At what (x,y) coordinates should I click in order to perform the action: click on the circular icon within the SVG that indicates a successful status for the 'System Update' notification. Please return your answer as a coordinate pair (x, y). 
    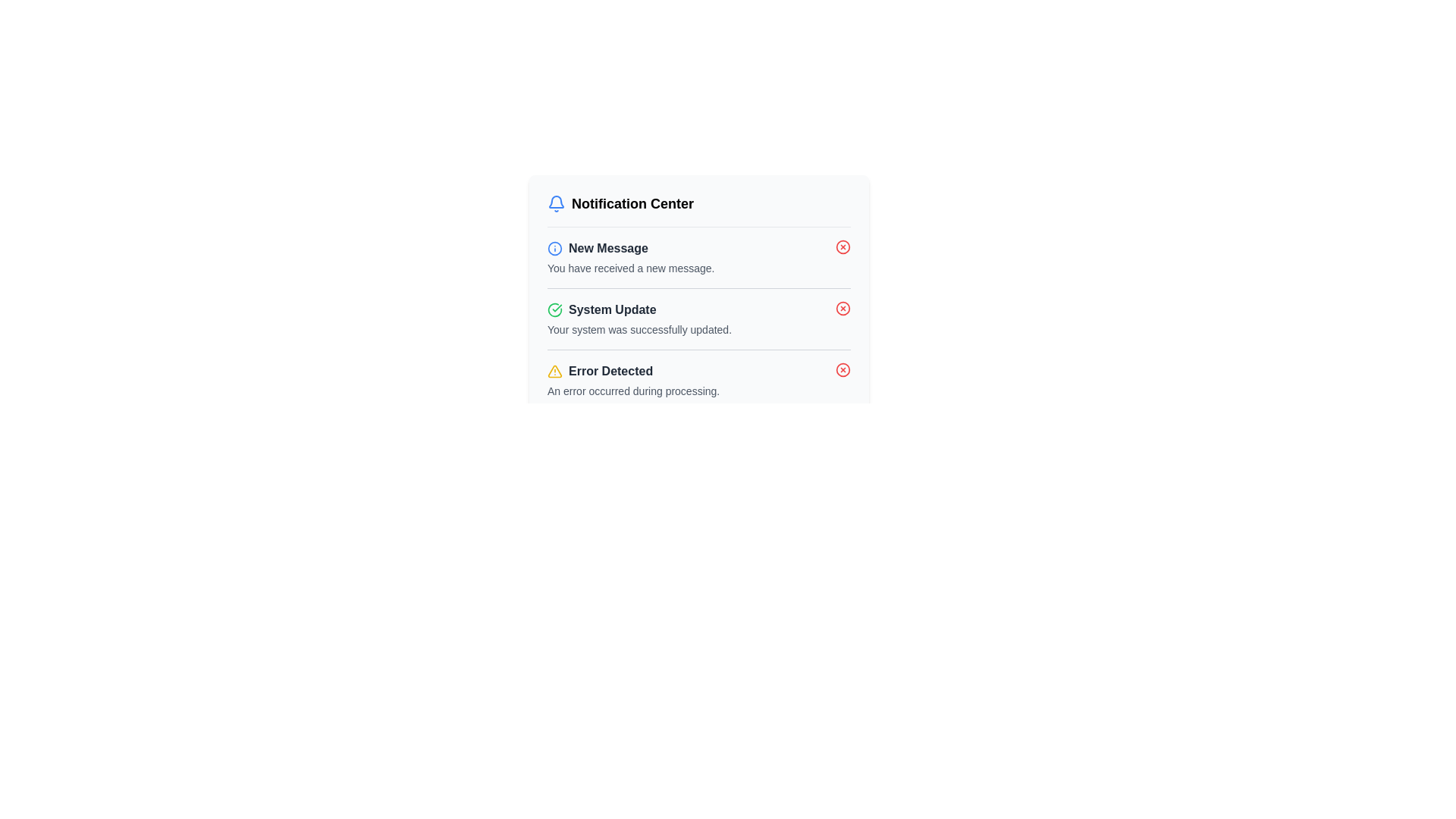
    Looking at the image, I should click on (554, 309).